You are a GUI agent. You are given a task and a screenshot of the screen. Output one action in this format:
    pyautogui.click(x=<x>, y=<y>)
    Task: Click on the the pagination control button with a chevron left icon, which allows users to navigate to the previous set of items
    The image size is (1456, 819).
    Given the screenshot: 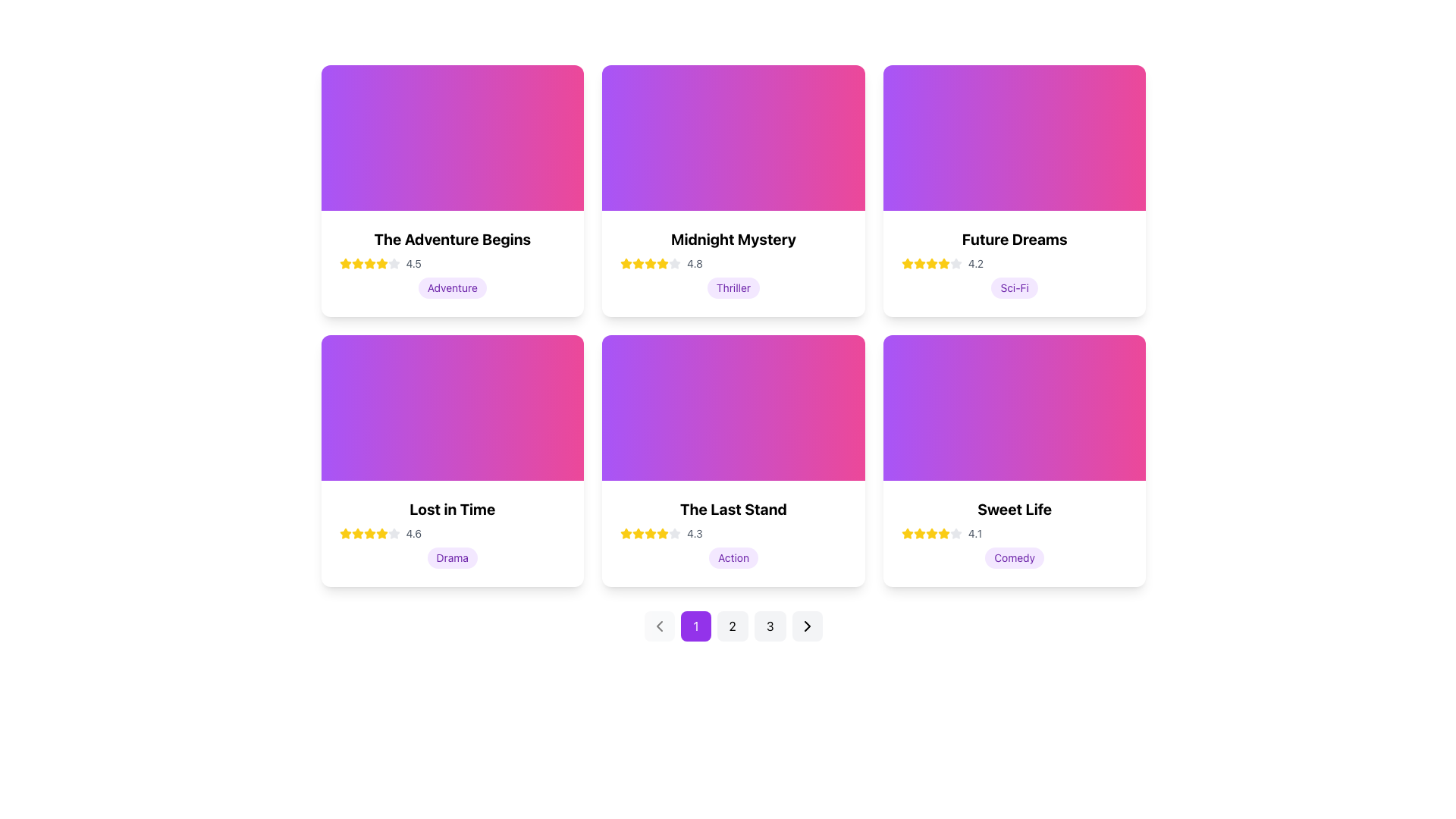 What is the action you would take?
    pyautogui.click(x=660, y=626)
    